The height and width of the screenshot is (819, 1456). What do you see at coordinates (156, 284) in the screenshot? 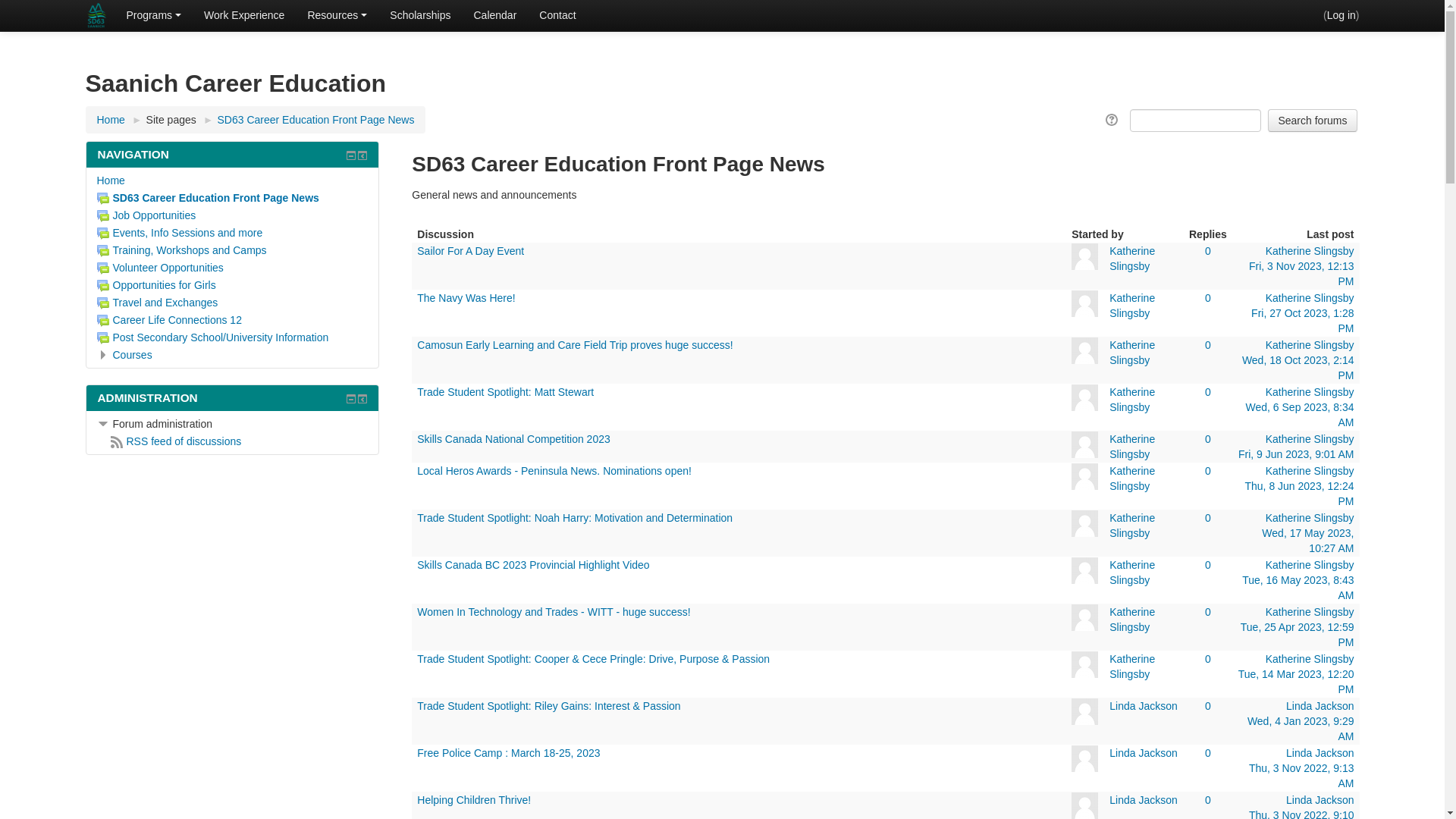
I see `'Opportunities for Girls'` at bounding box center [156, 284].